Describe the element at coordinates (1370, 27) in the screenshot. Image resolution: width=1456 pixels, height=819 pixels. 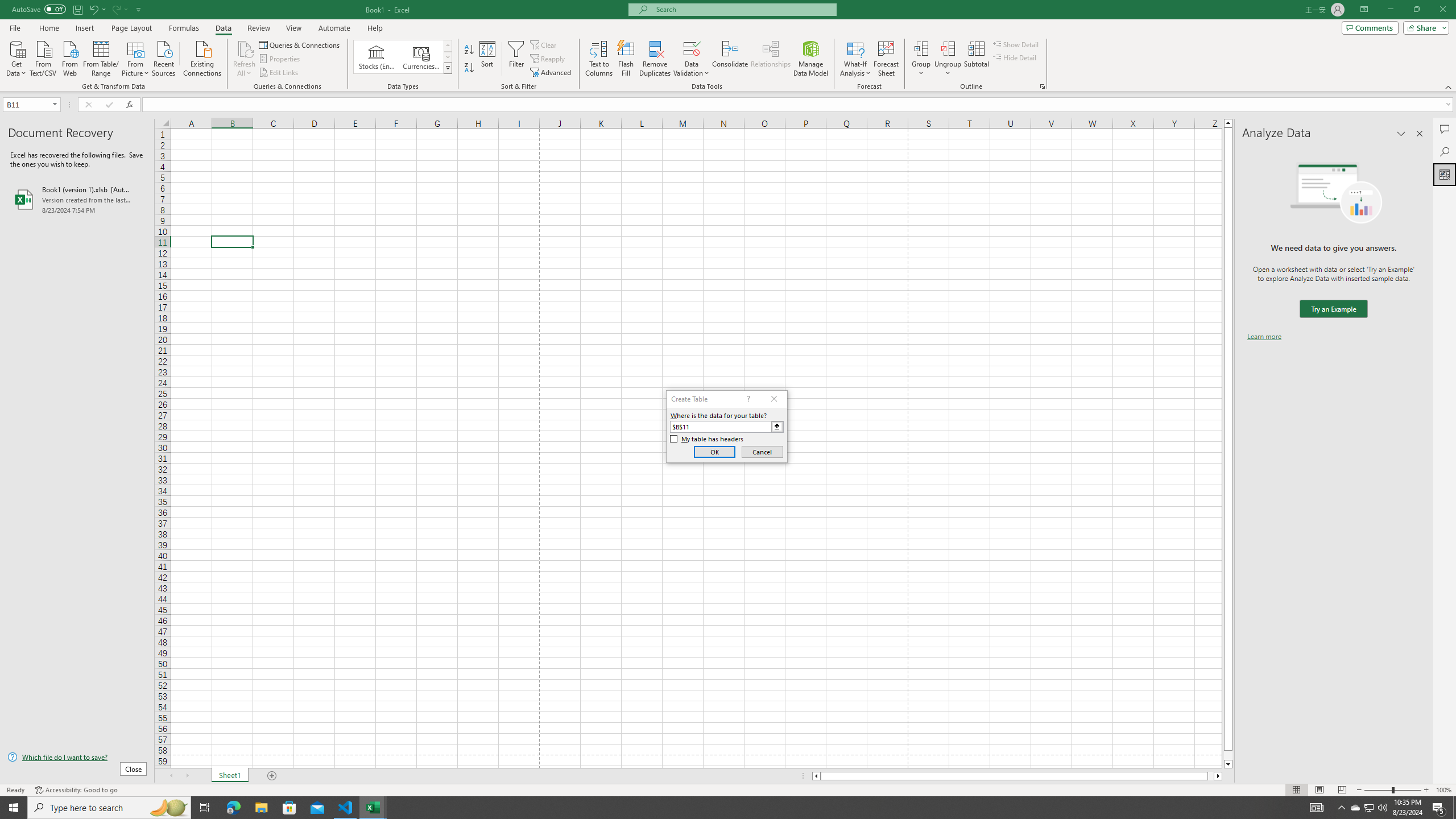
I see `'Comments'` at that location.